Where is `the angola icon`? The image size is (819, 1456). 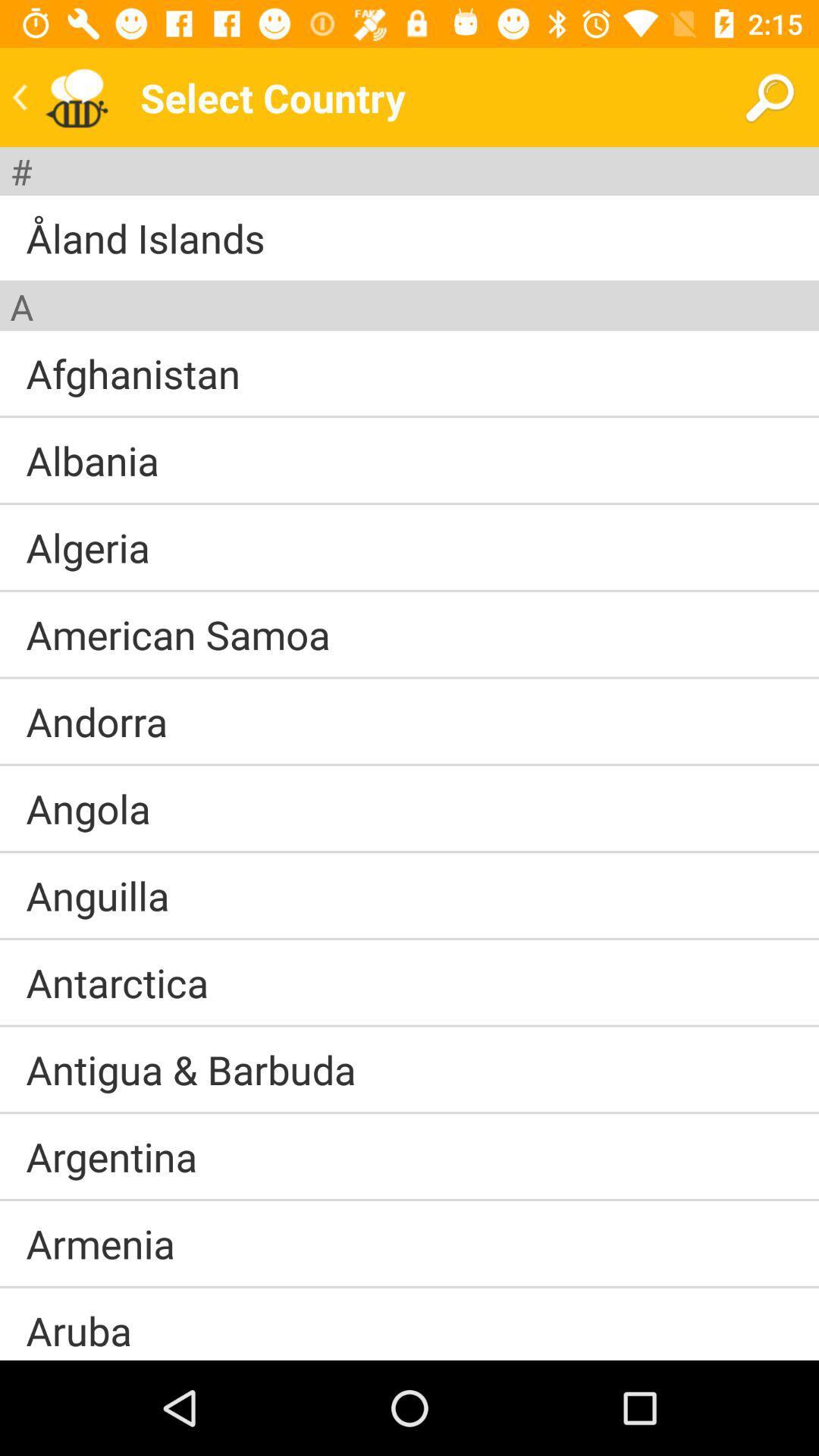
the angola icon is located at coordinates (88, 808).